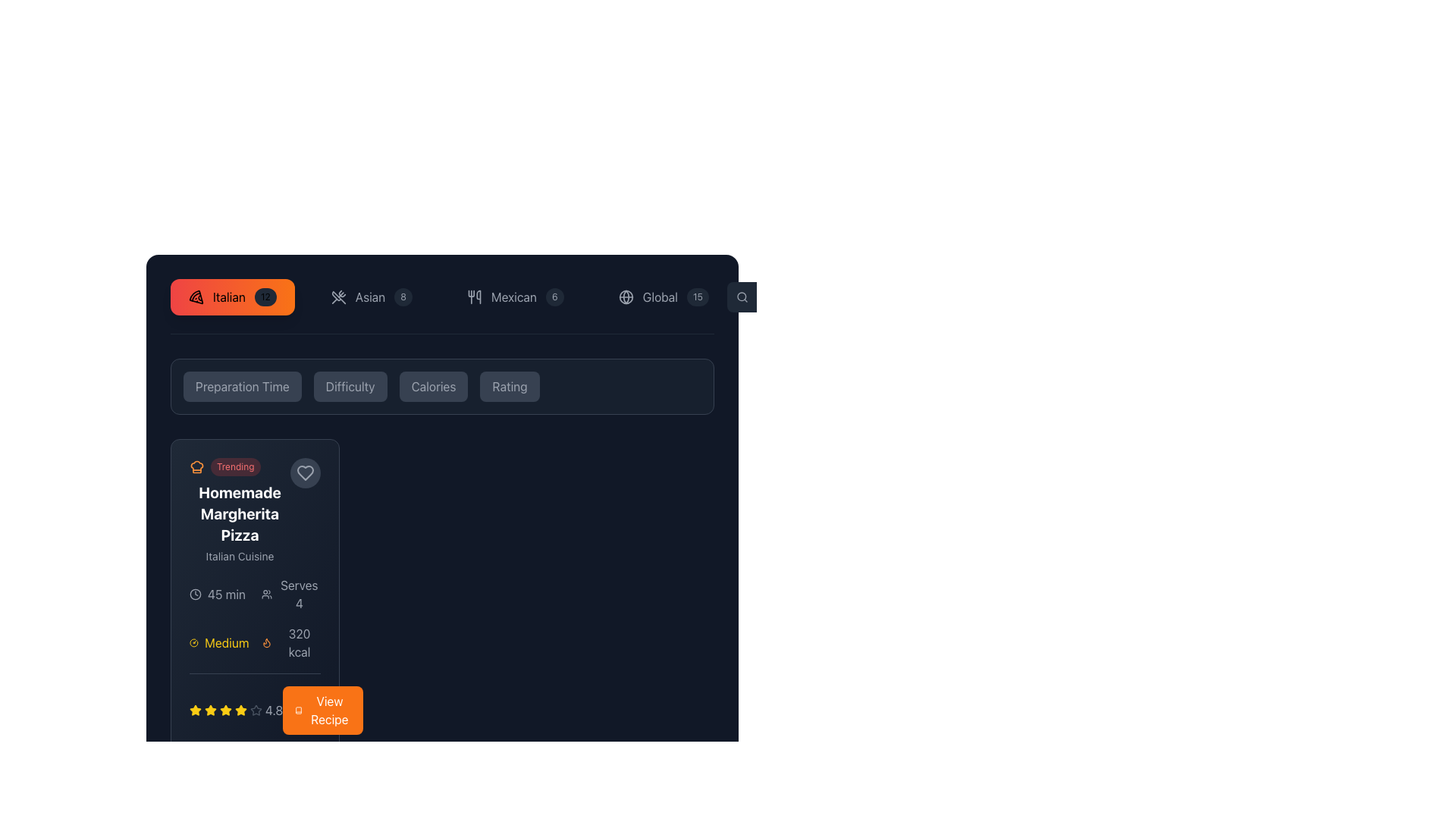  What do you see at coordinates (255, 711) in the screenshot?
I see `the fifth rating star icon in the recipe card` at bounding box center [255, 711].